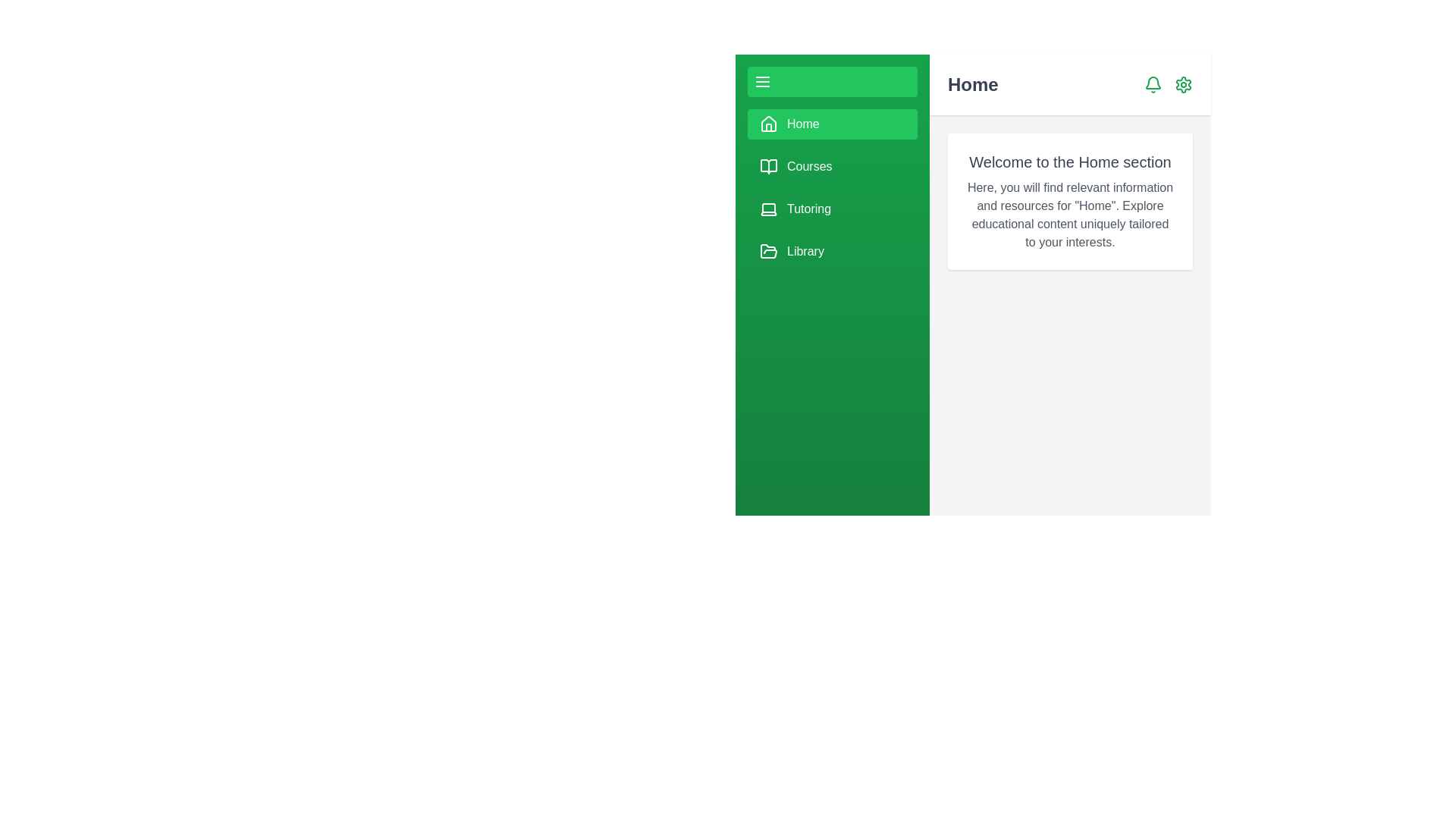 This screenshot has width=1456, height=819. I want to click on the 'Library' navigation option in the vertically stacked navigation menu to activate hover effects, so click(805, 250).